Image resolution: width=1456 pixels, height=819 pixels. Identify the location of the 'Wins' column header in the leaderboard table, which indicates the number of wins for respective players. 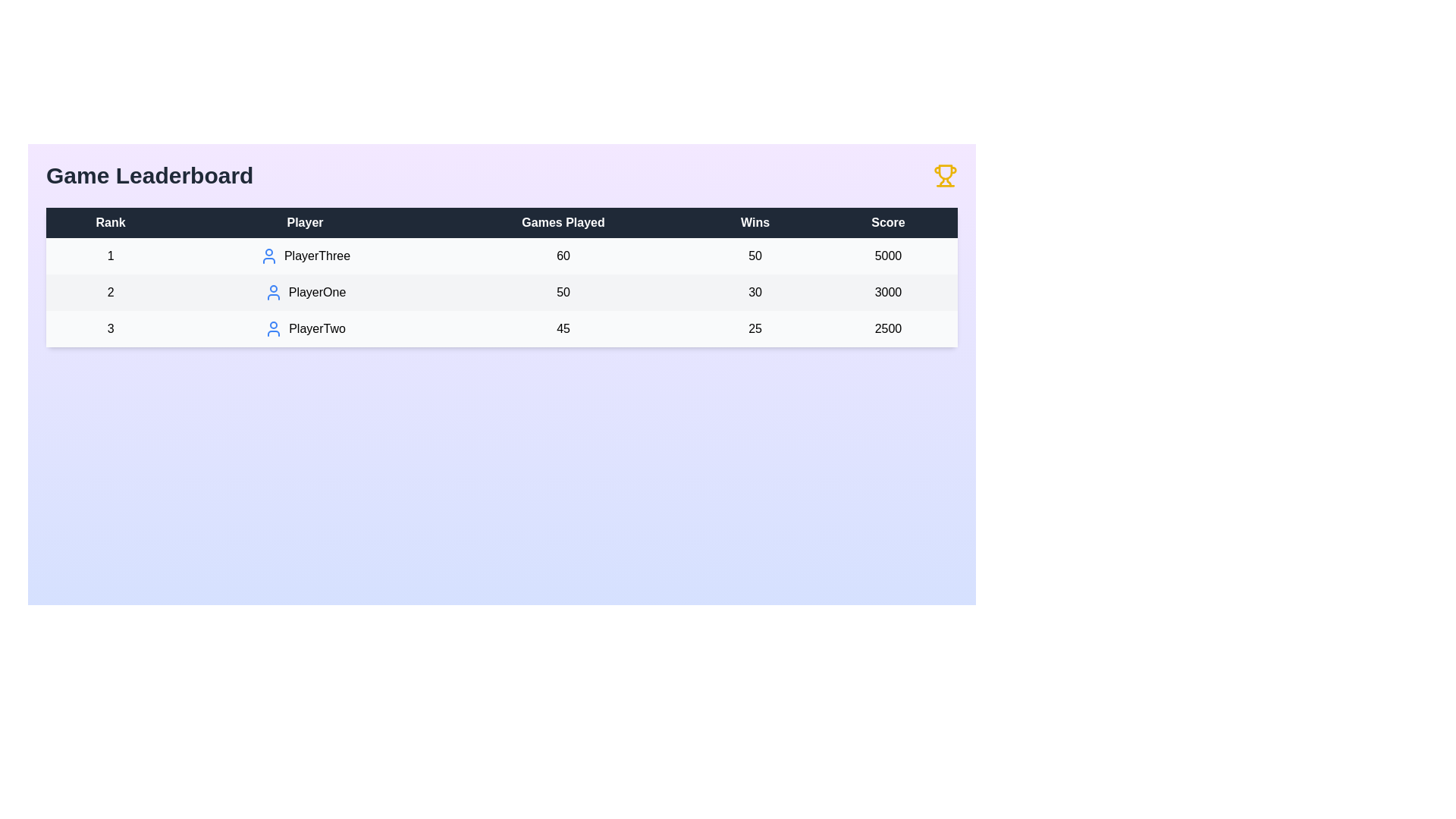
(755, 222).